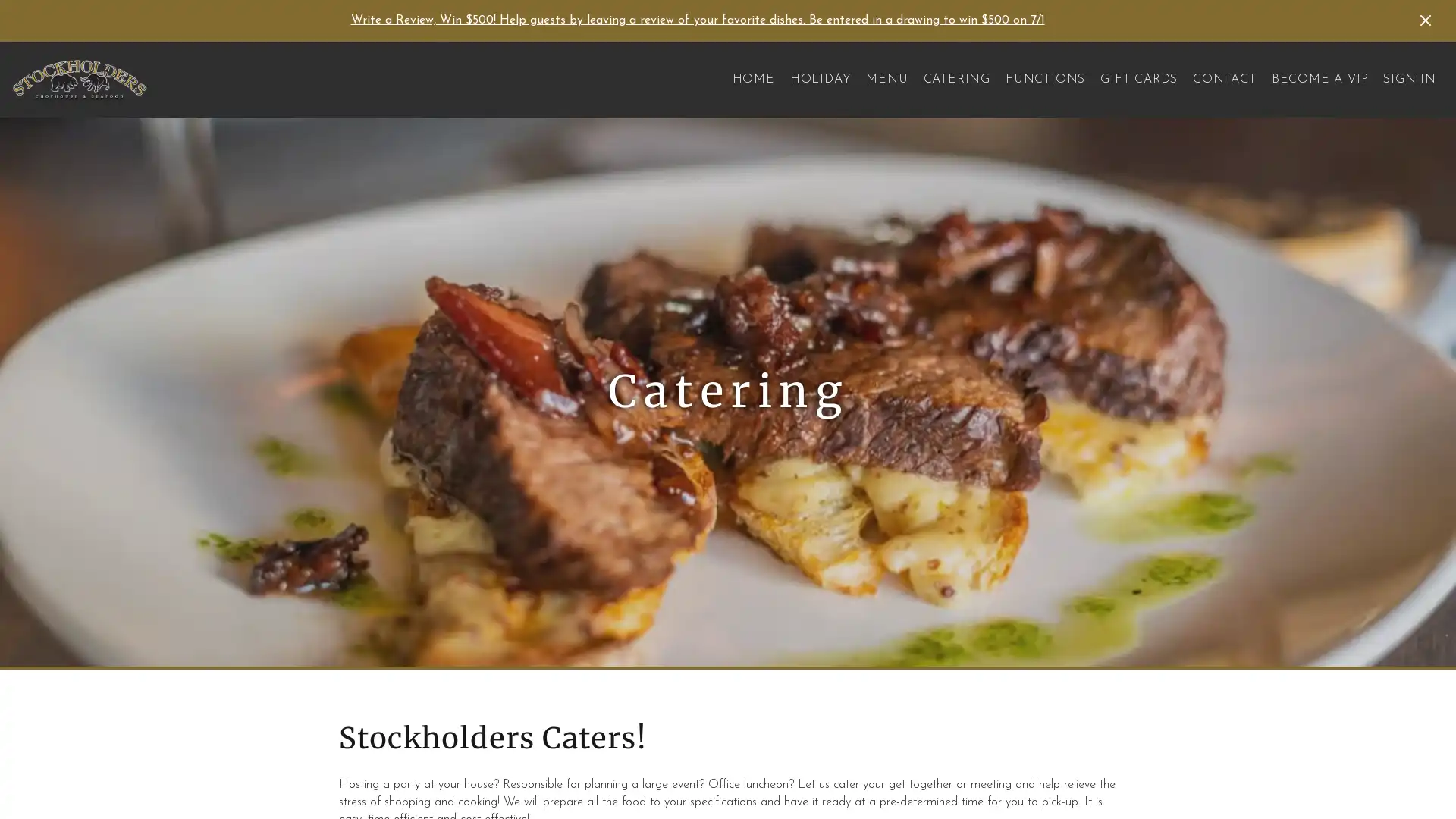 The height and width of the screenshot is (819, 1456). I want to click on SIGN IN, so click(1408, 79).